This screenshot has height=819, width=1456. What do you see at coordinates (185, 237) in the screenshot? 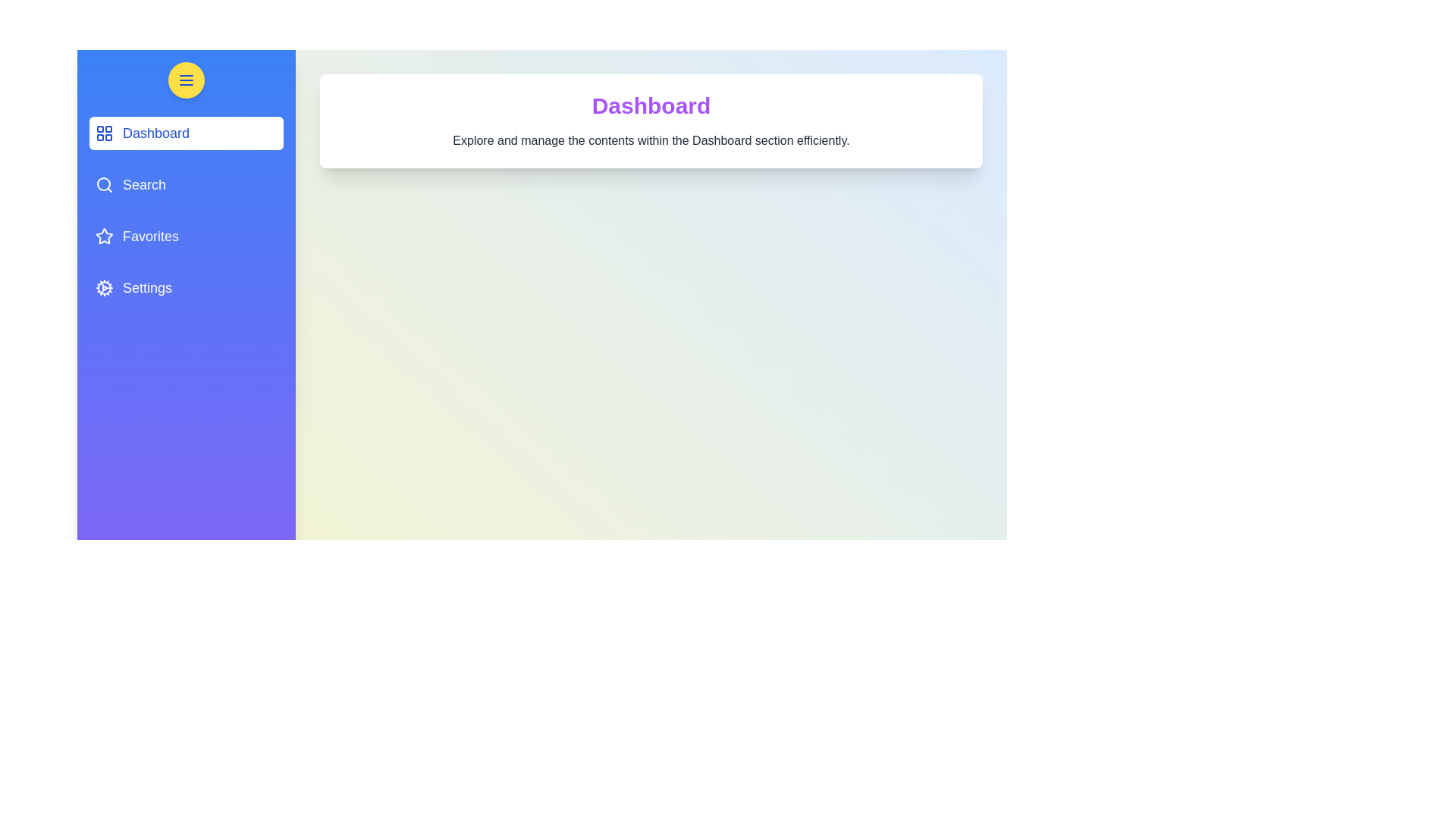
I see `the navigation menu item corresponding to Favorites` at bounding box center [185, 237].